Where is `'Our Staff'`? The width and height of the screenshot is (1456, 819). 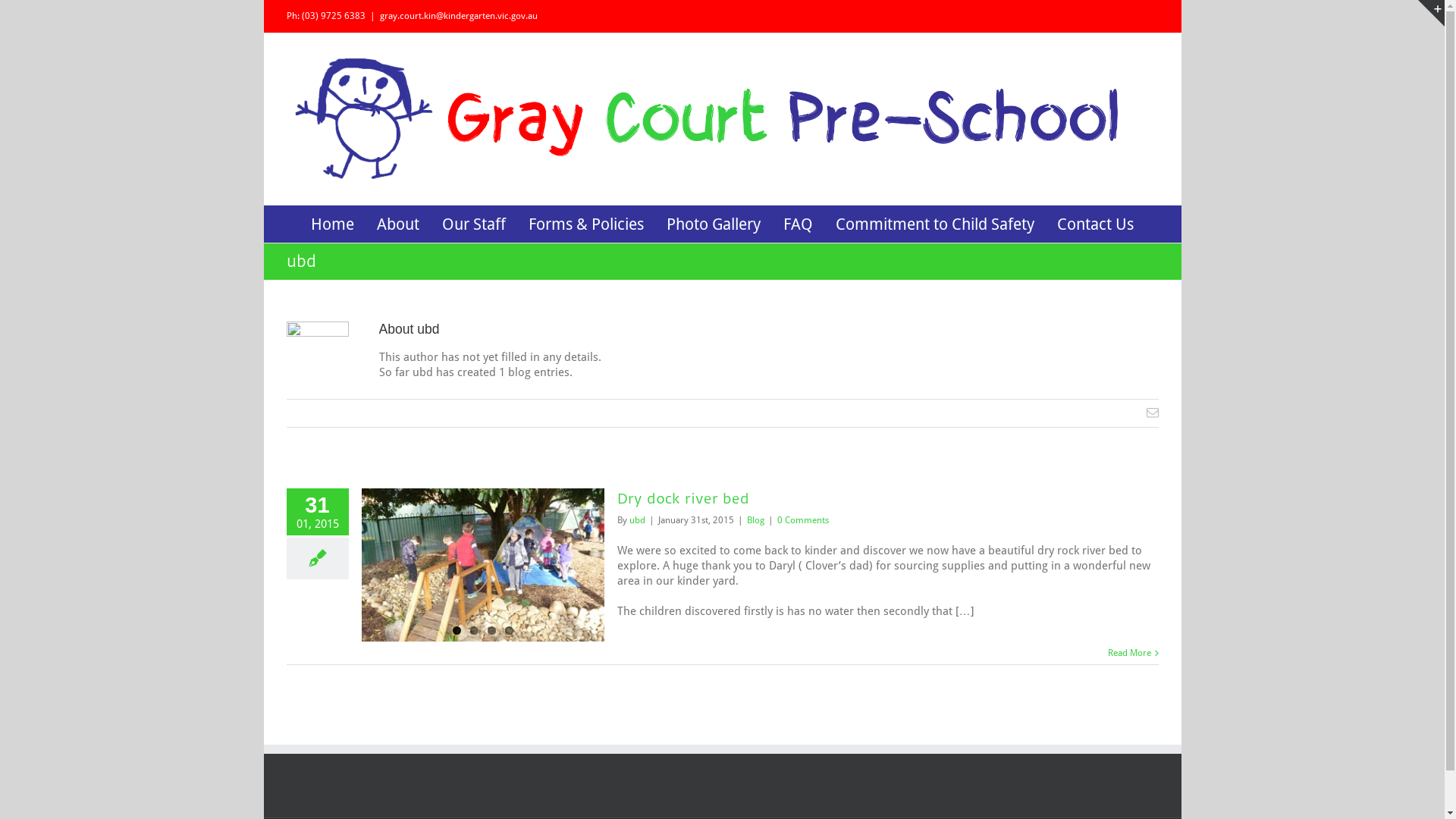
'Our Staff' is located at coordinates (472, 223).